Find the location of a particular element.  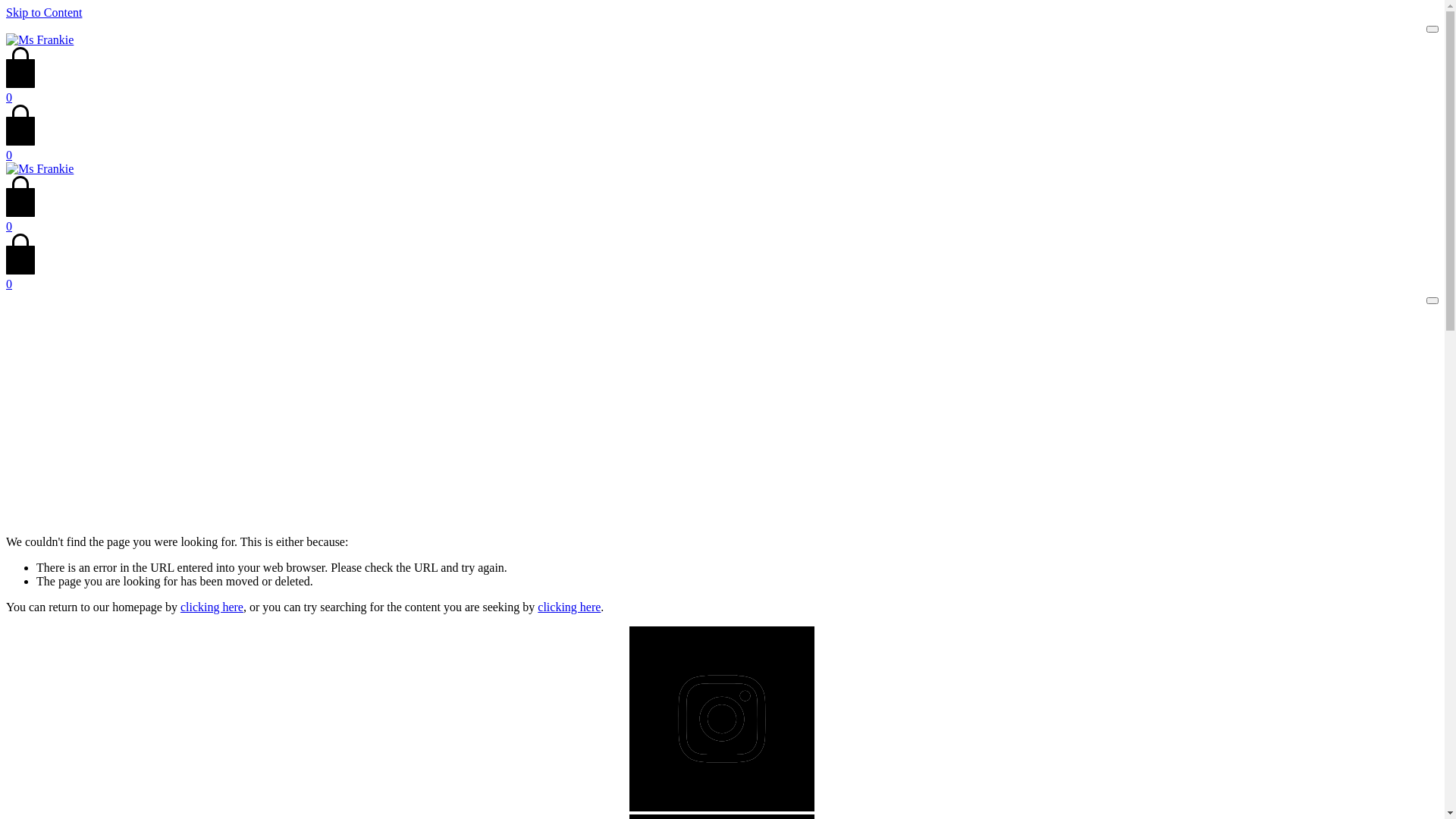

'Skip to Content' is located at coordinates (6, 12).